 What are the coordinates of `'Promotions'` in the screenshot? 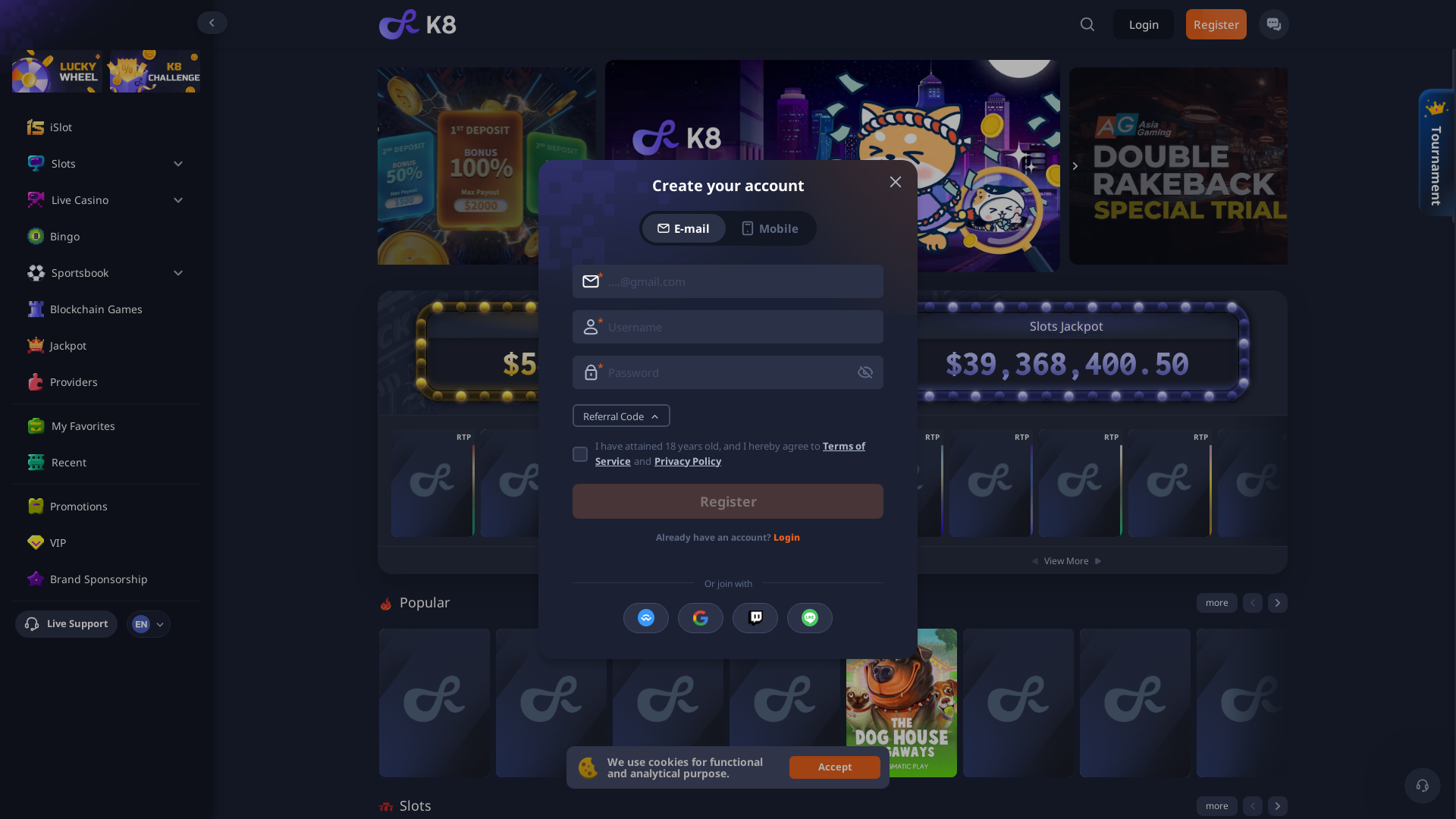 It's located at (50, 506).